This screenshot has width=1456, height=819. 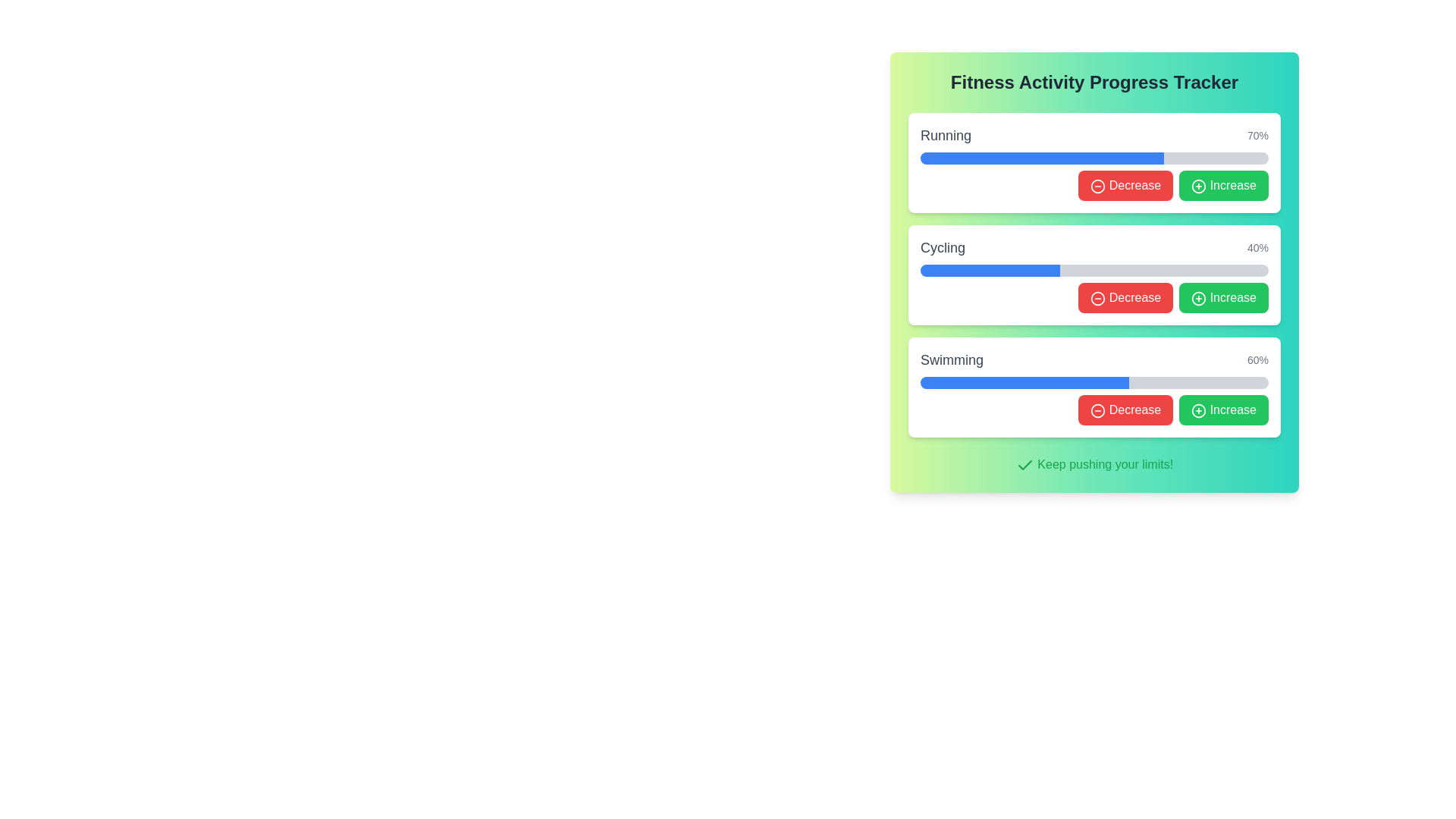 I want to click on the horizontal progress bar indicating a progress level of 70% located within the 'Running' activity card, so click(x=1094, y=158).